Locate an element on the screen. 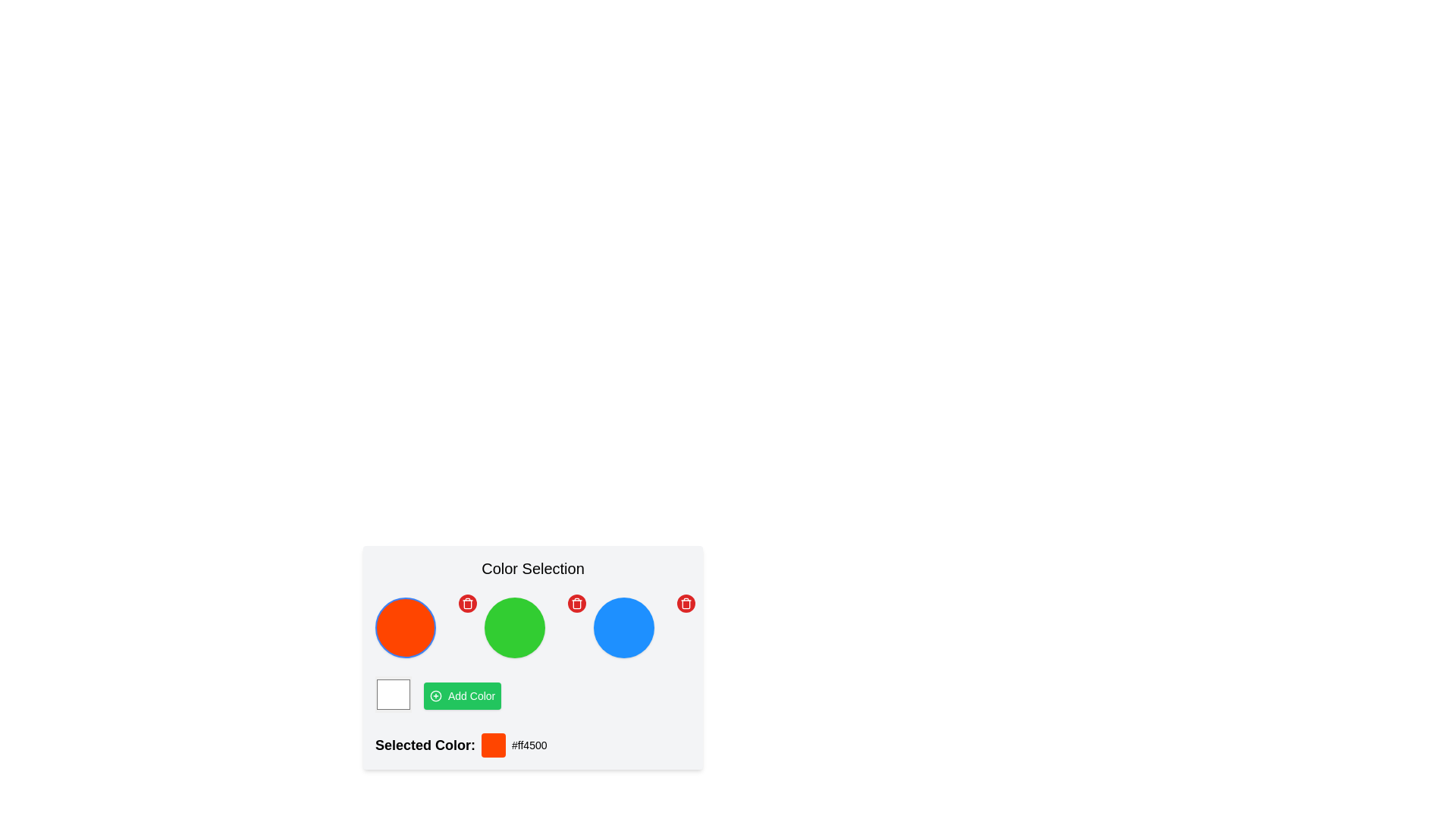  the circular plus sign icon within the 'Add Color' button is located at coordinates (435, 695).